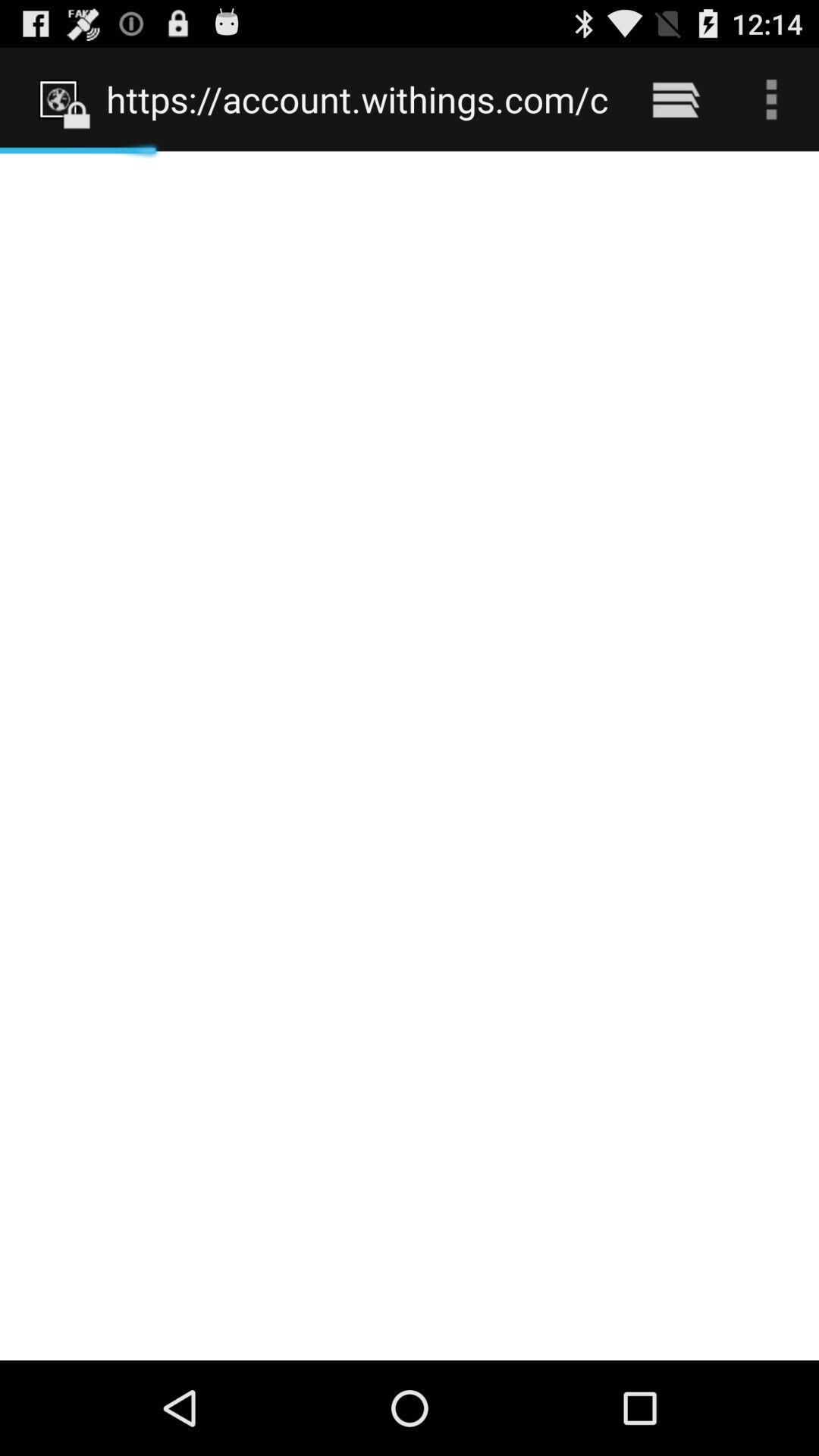 The height and width of the screenshot is (1456, 819). What do you see at coordinates (675, 99) in the screenshot?
I see `icon to the right of https account withings` at bounding box center [675, 99].